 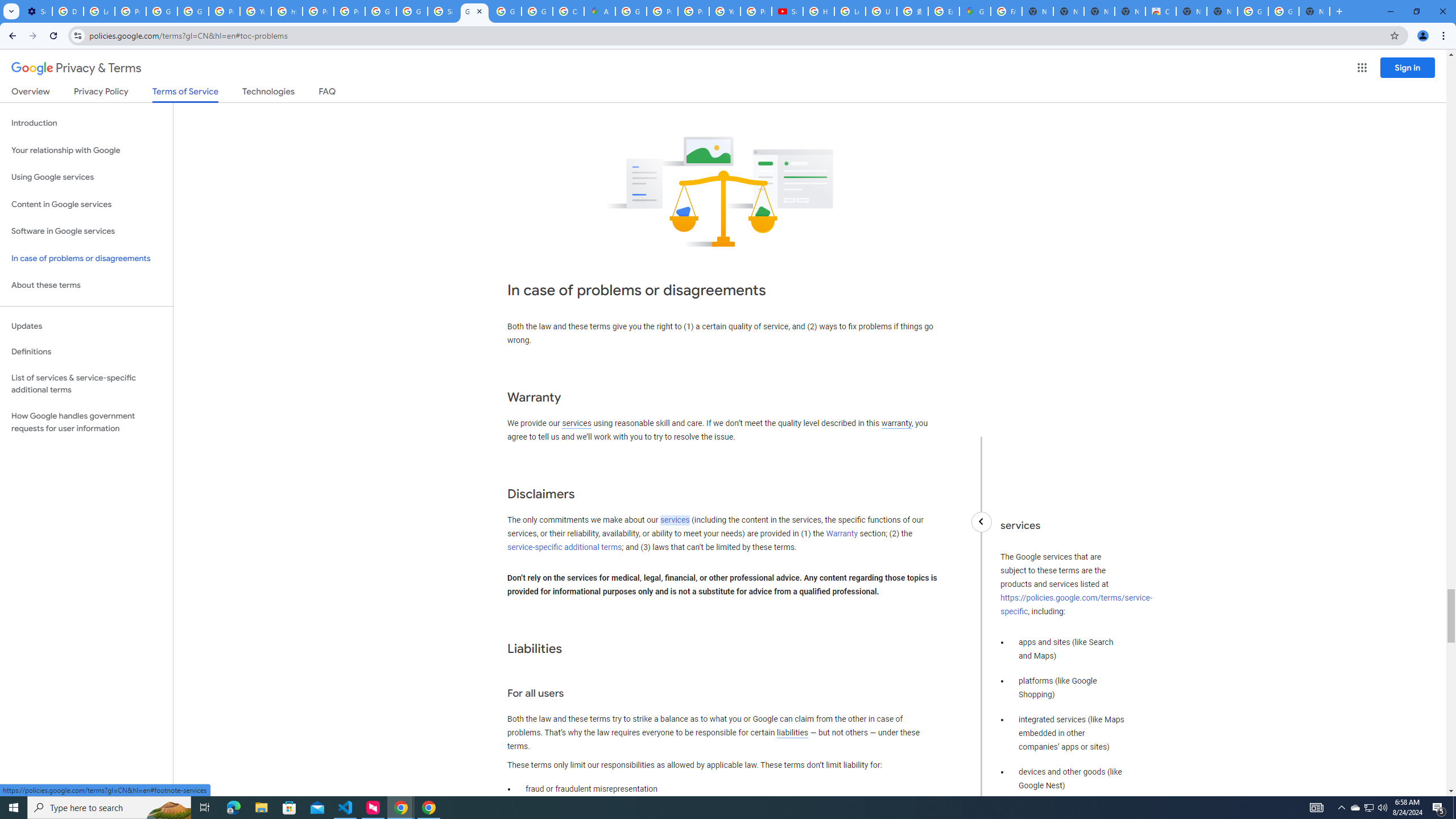 I want to click on 'Google Account Help', so click(x=162, y=11).